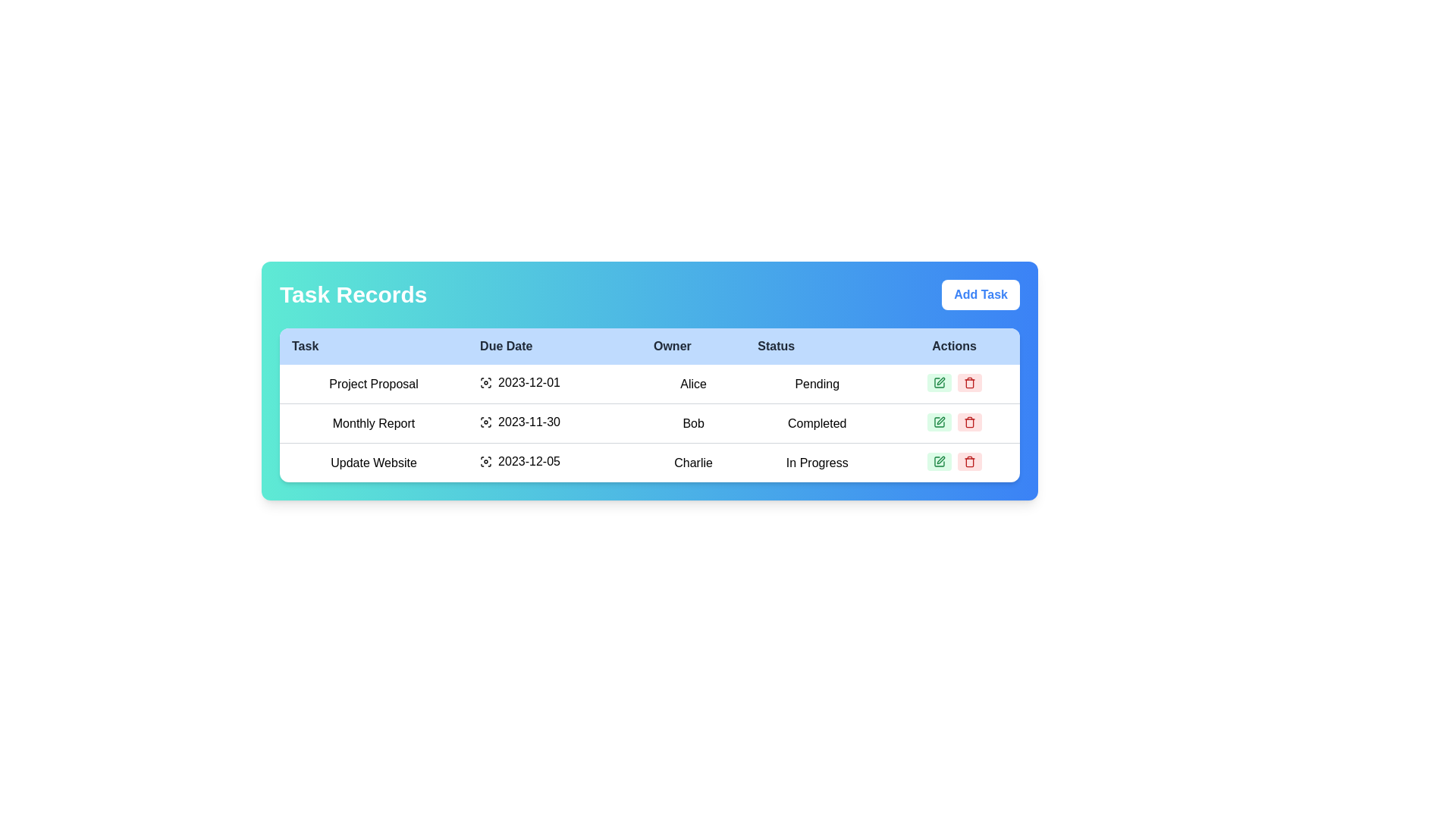 The width and height of the screenshot is (1456, 819). Describe the element at coordinates (374, 462) in the screenshot. I see `the static text display component that contains the text 'Update Website' located in the third row of the table under the 'Task' column` at that location.